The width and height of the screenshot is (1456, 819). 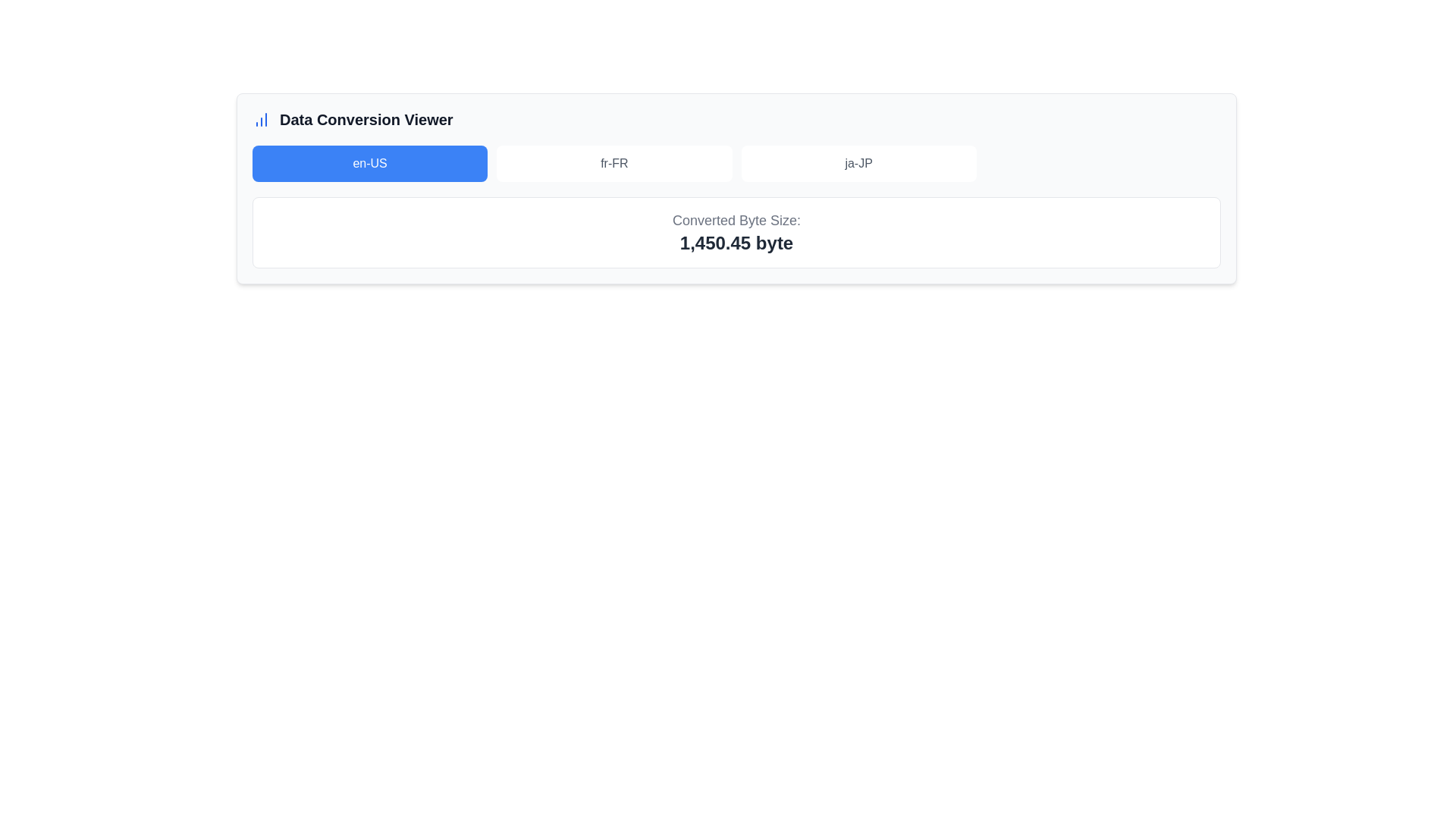 What do you see at coordinates (262, 119) in the screenshot?
I see `the three-bar chart icon that is positioned next to the 'Data Conversion Viewer' text, featuring a minimalist design with blue vertical bars of increasing height from left to right` at bounding box center [262, 119].